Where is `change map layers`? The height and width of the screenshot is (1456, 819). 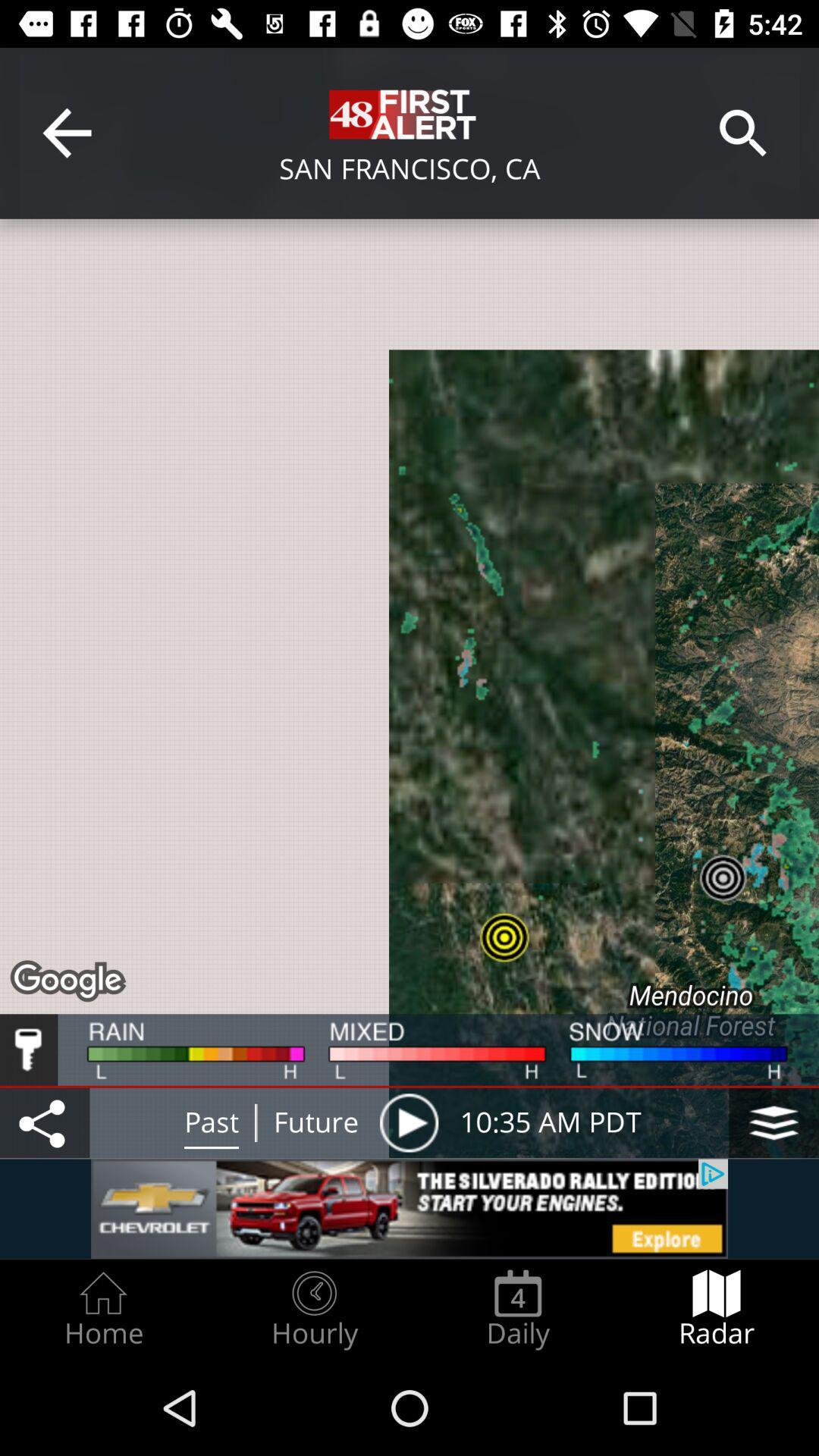 change map layers is located at coordinates (773, 1122).